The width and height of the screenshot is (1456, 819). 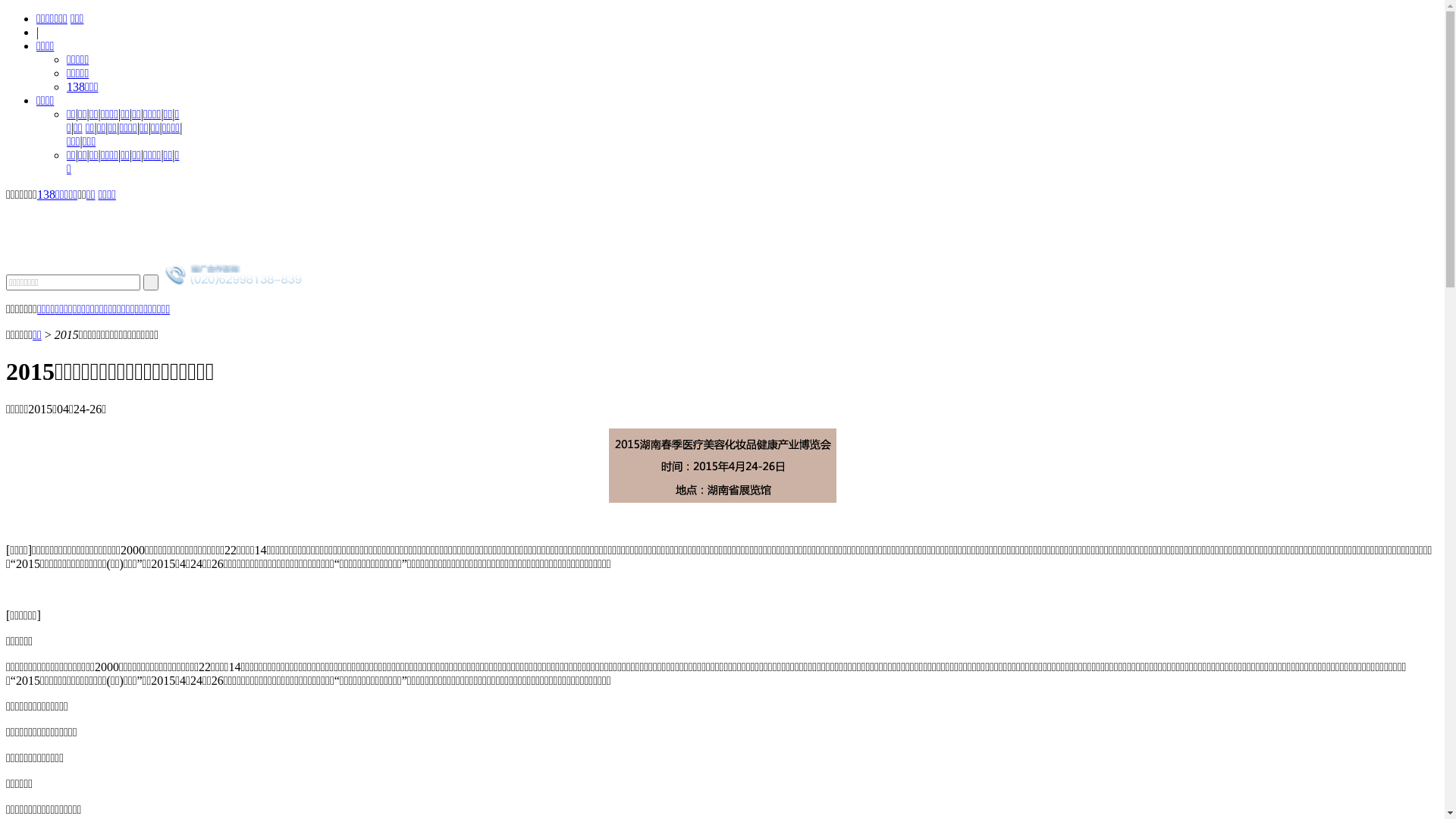 What do you see at coordinates (150, 282) in the screenshot?
I see `' '` at bounding box center [150, 282].